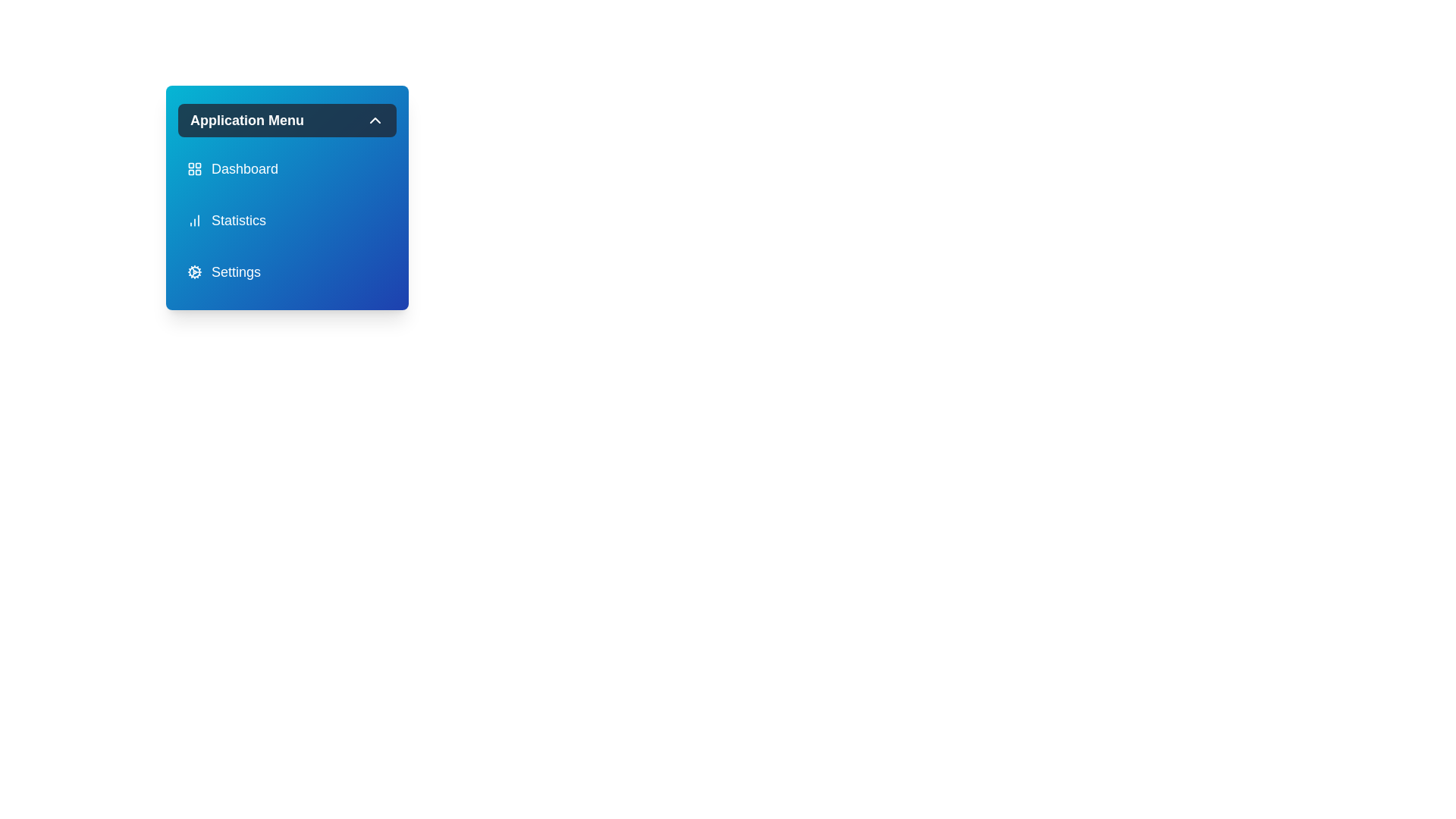 The height and width of the screenshot is (819, 1456). What do you see at coordinates (287, 271) in the screenshot?
I see `the menu item labeled Settings to select it` at bounding box center [287, 271].